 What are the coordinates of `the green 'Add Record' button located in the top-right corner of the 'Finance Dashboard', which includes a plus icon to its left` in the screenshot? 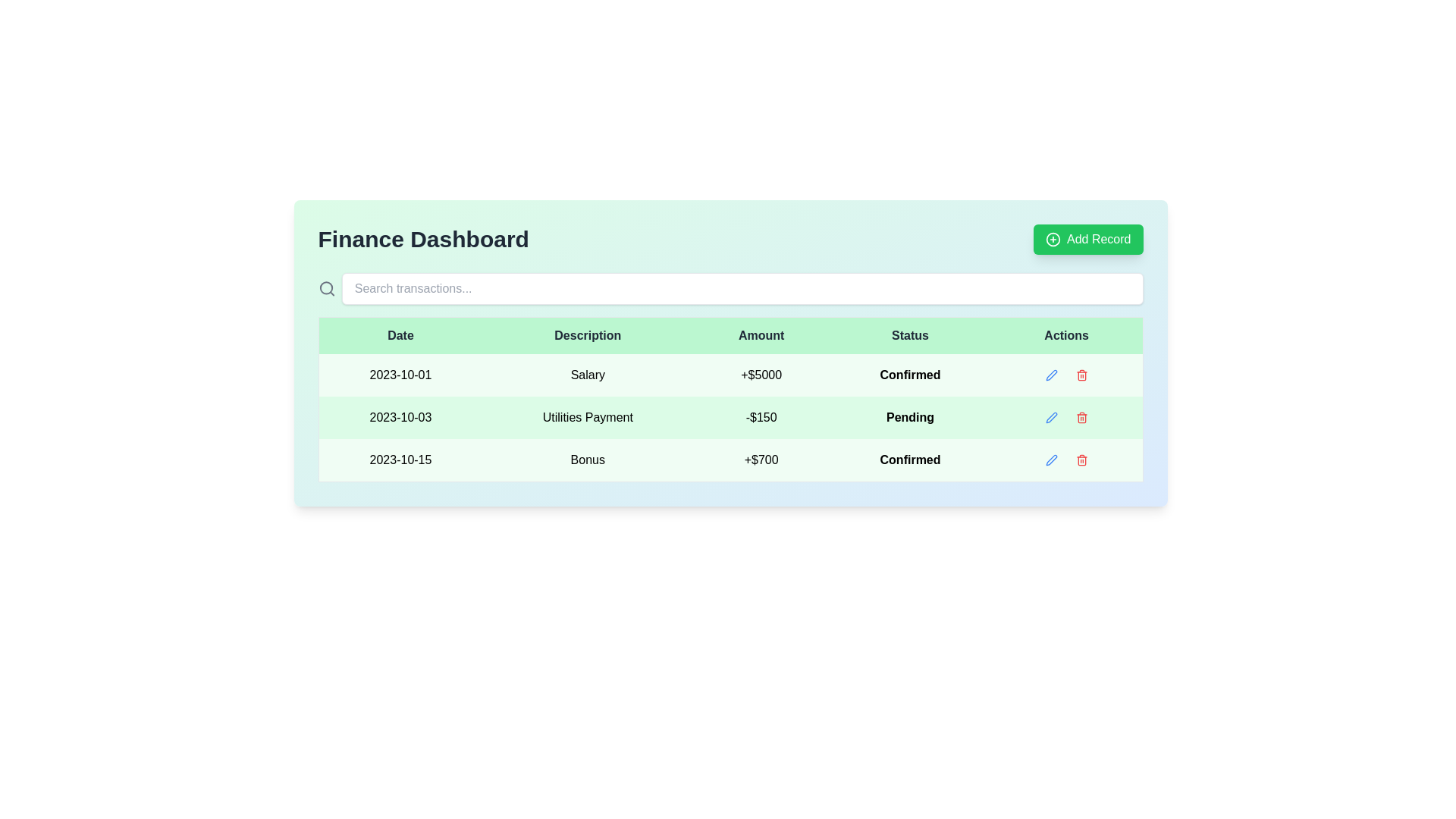 It's located at (1087, 239).